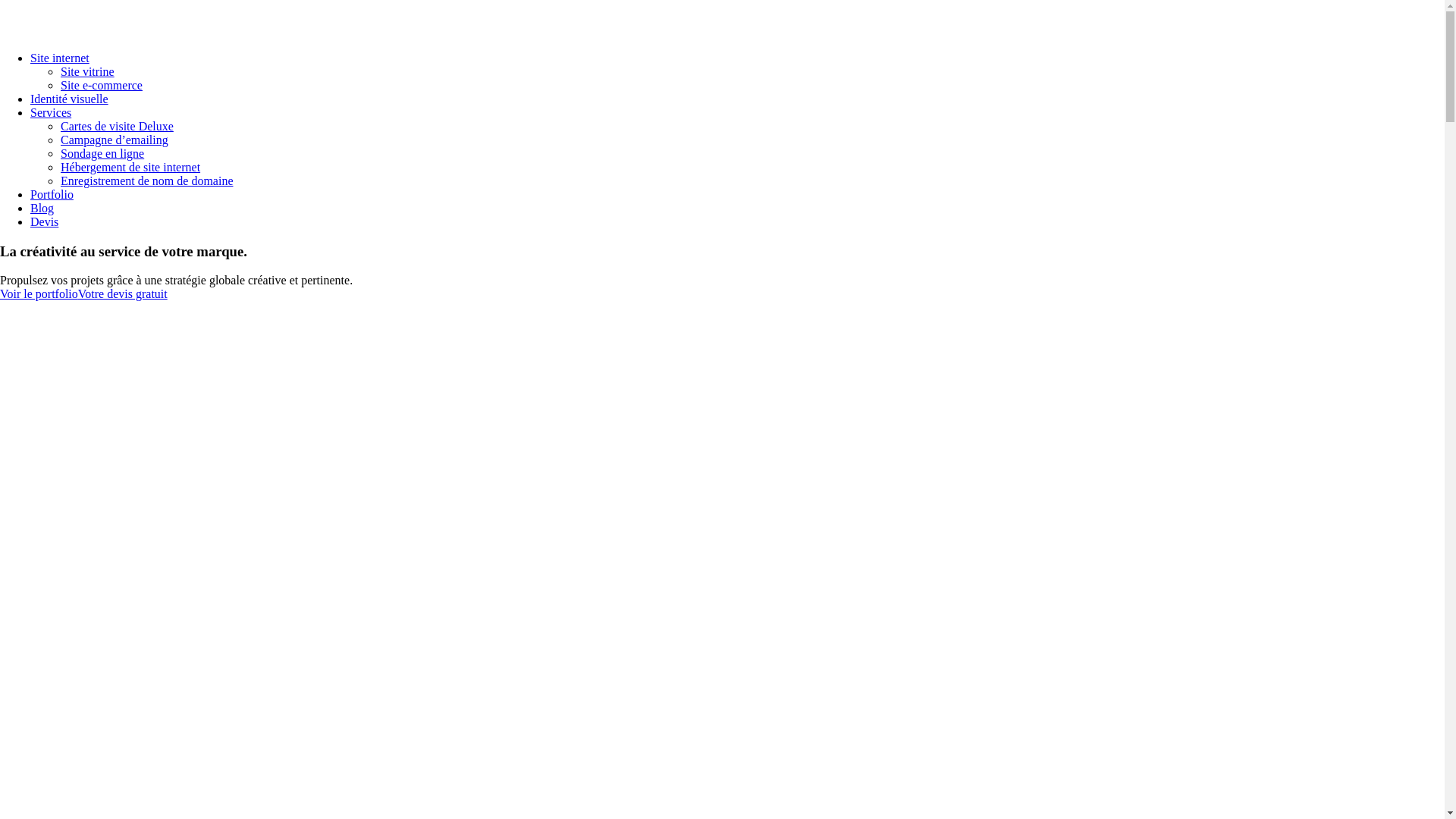 The height and width of the screenshot is (819, 1456). I want to click on 'Sondage en ligne', so click(101, 153).